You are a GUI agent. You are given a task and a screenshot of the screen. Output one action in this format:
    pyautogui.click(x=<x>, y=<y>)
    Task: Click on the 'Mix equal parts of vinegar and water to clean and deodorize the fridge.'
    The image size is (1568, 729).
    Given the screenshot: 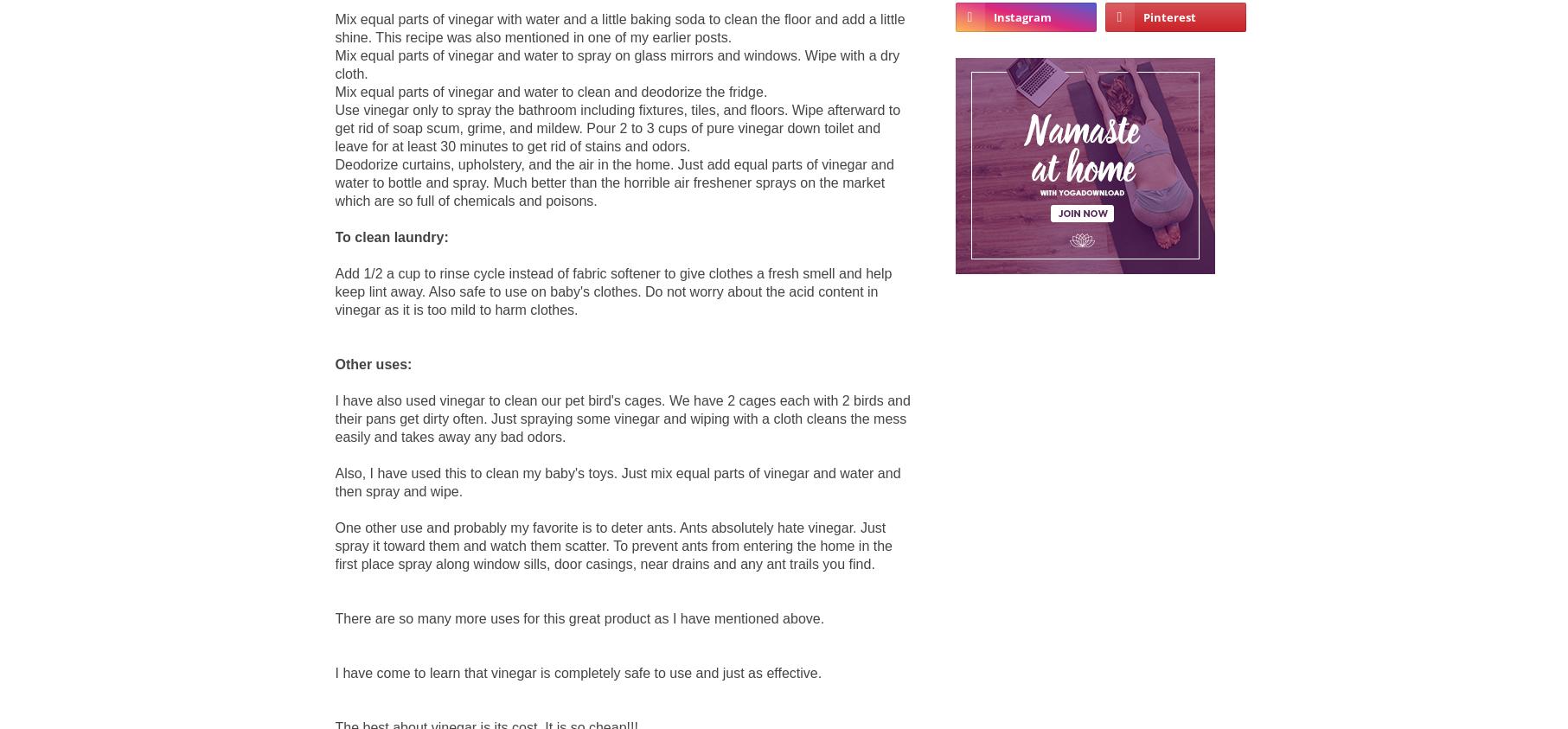 What is the action you would take?
    pyautogui.click(x=551, y=90)
    